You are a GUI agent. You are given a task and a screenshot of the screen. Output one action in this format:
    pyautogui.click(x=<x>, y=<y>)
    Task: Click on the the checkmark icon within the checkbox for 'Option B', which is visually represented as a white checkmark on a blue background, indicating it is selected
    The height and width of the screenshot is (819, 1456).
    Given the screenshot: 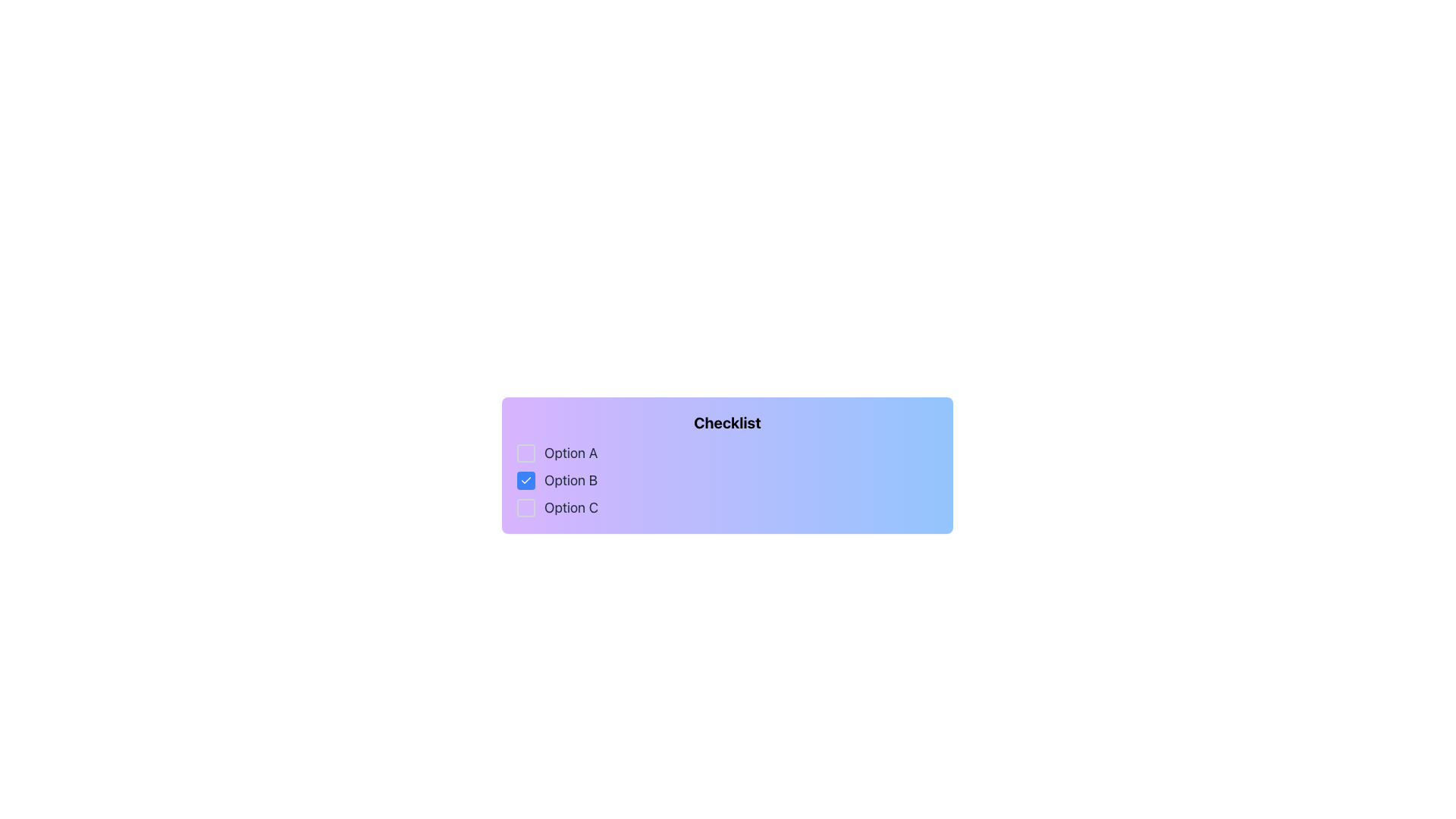 What is the action you would take?
    pyautogui.click(x=526, y=480)
    